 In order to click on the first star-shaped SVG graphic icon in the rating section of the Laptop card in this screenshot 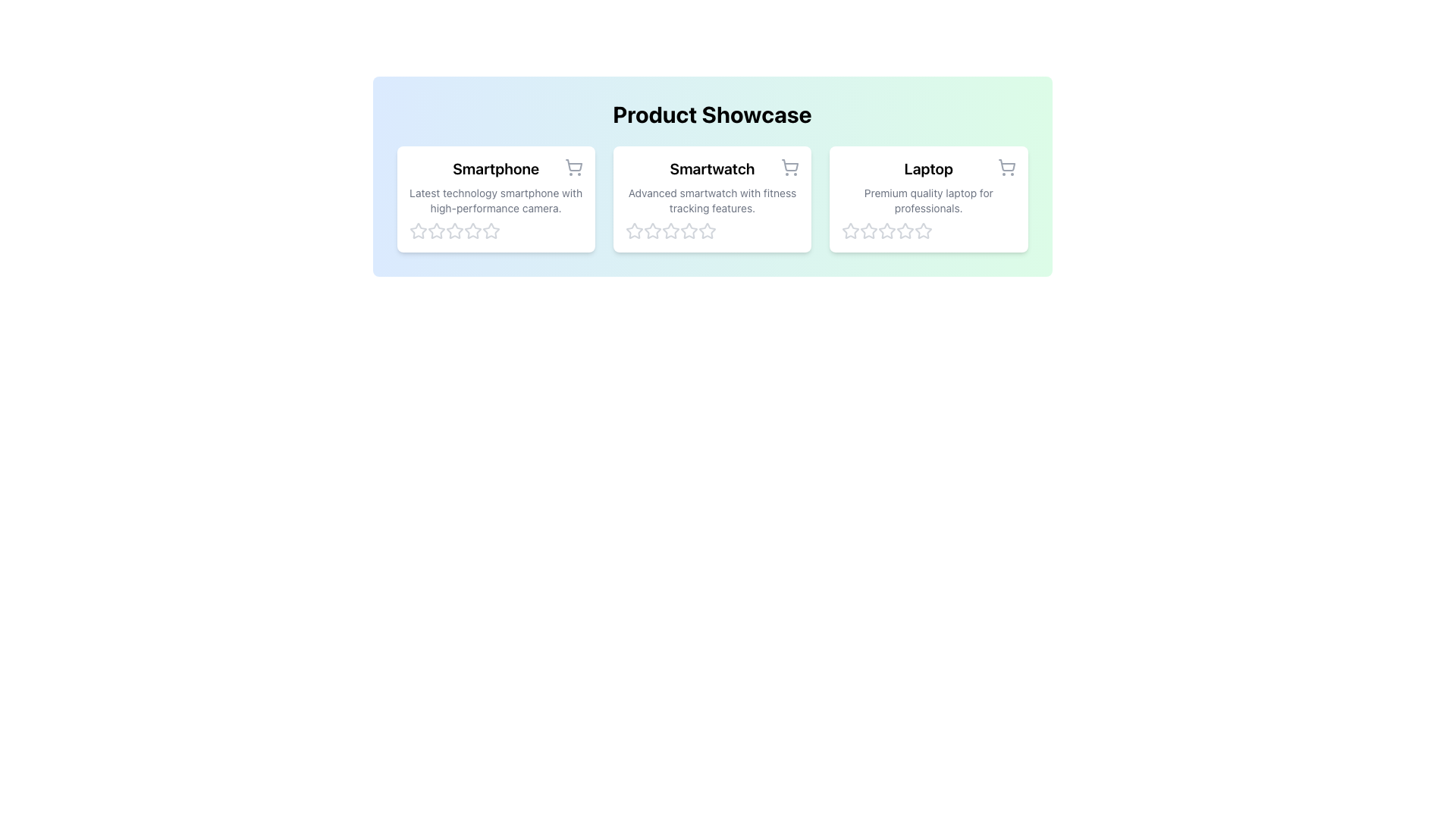, I will do `click(851, 231)`.